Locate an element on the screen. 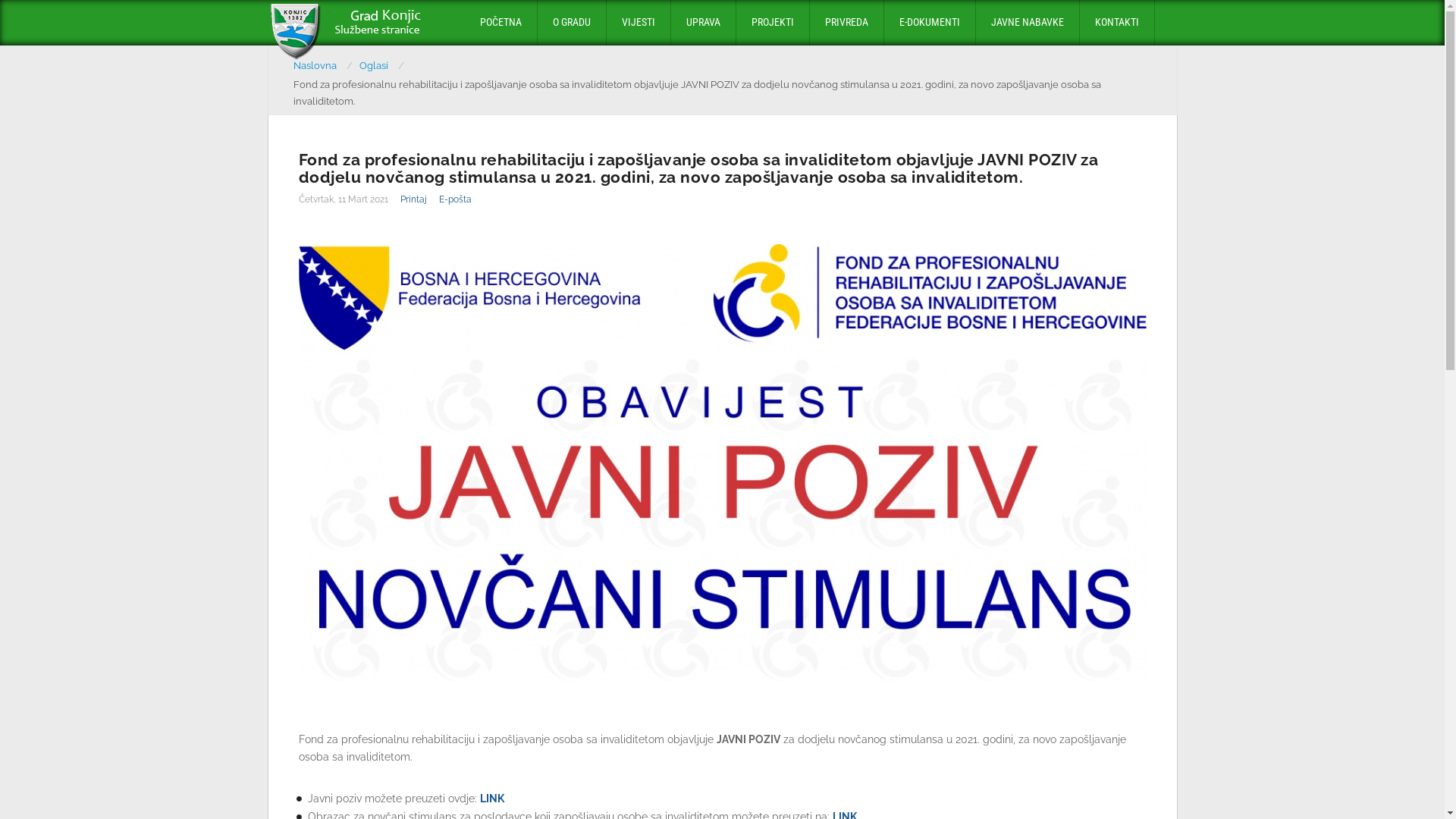  'PROJEKTI' is located at coordinates (735, 23).